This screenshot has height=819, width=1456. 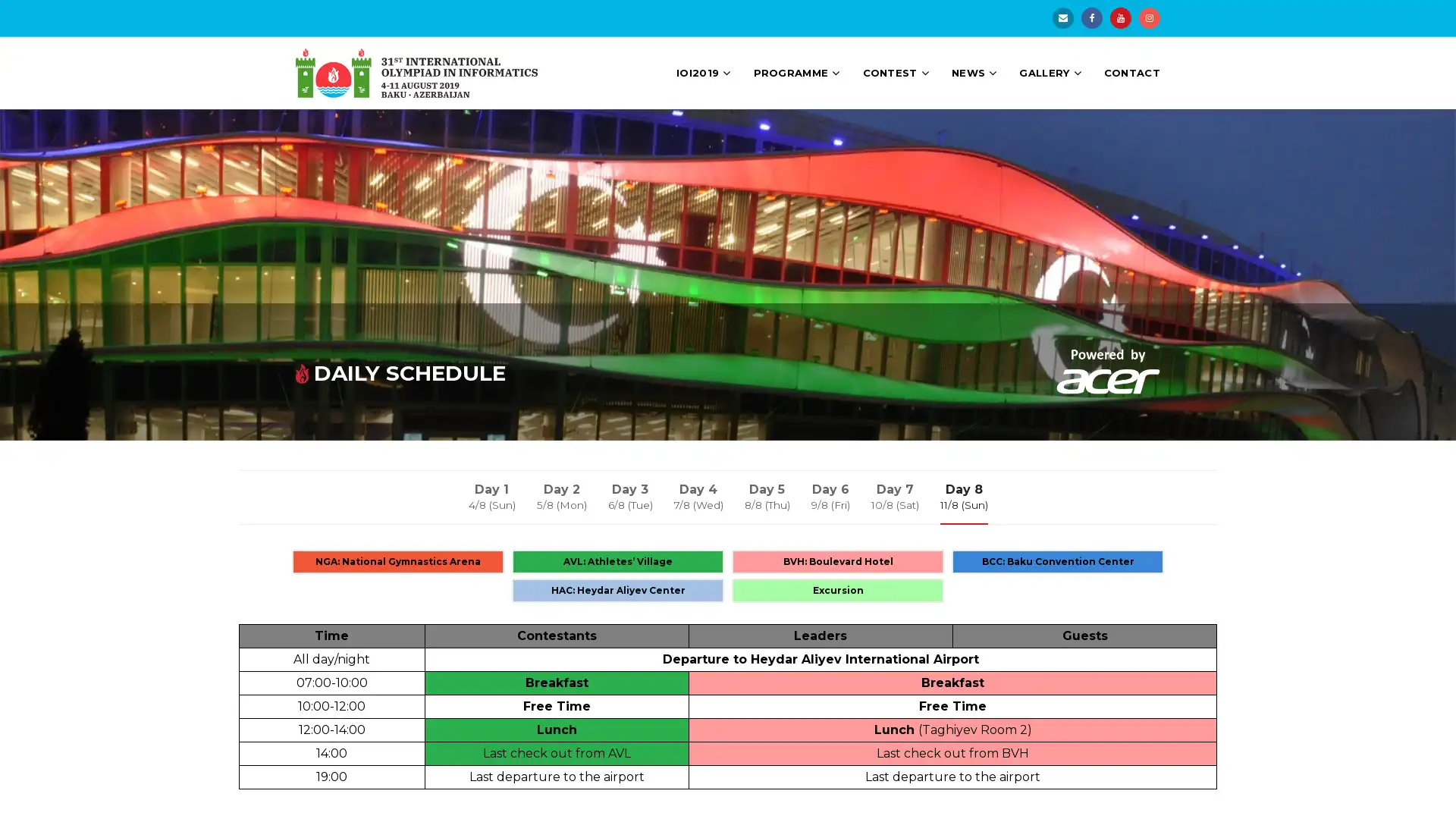 What do you see at coordinates (397, 561) in the screenshot?
I see `NGA: National Gymnastics Arena` at bounding box center [397, 561].